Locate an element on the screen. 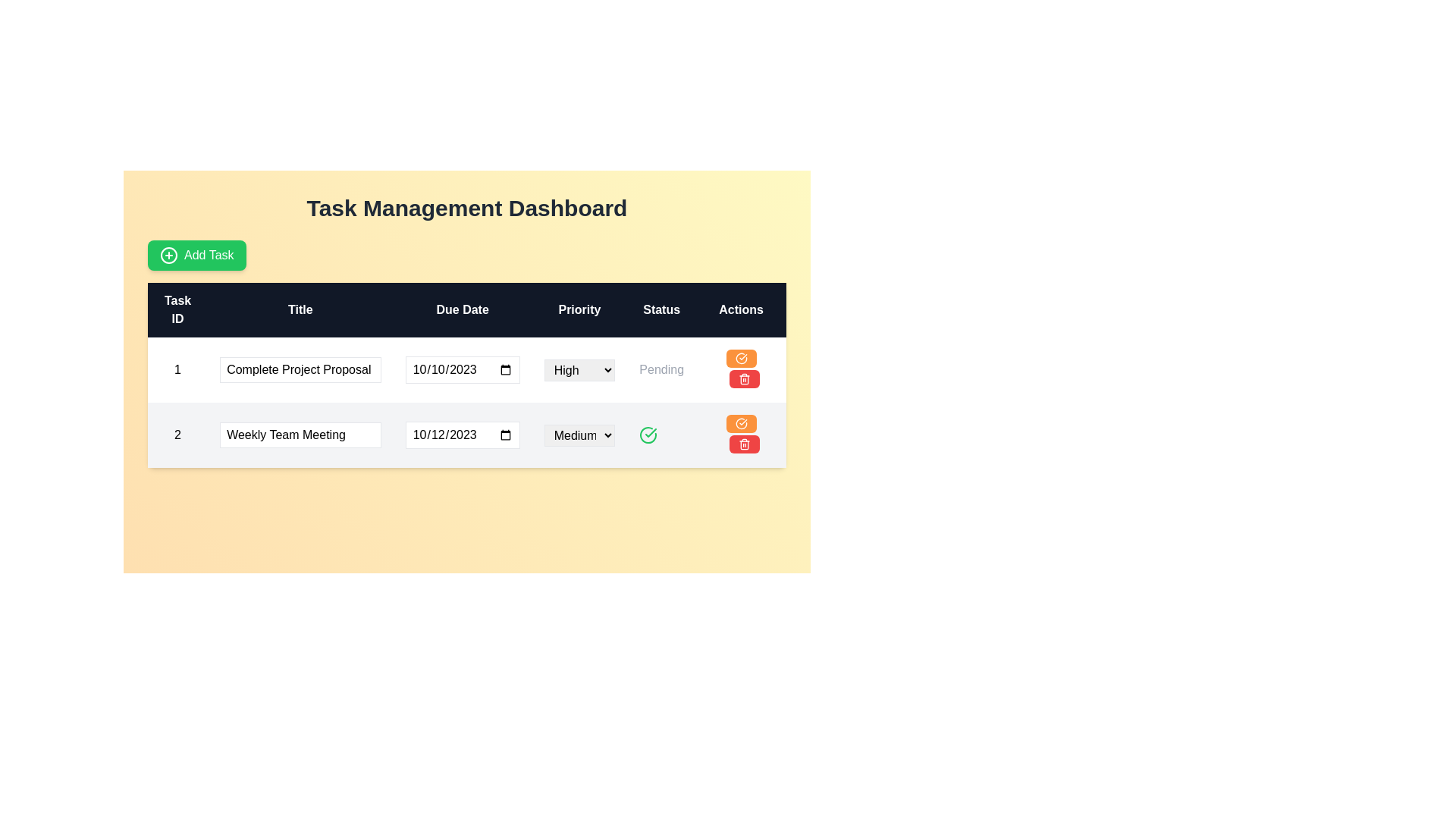 The height and width of the screenshot is (819, 1456). the delete button located as the second button in the 'Actions' column of the second row in the task list table is located at coordinates (744, 444).